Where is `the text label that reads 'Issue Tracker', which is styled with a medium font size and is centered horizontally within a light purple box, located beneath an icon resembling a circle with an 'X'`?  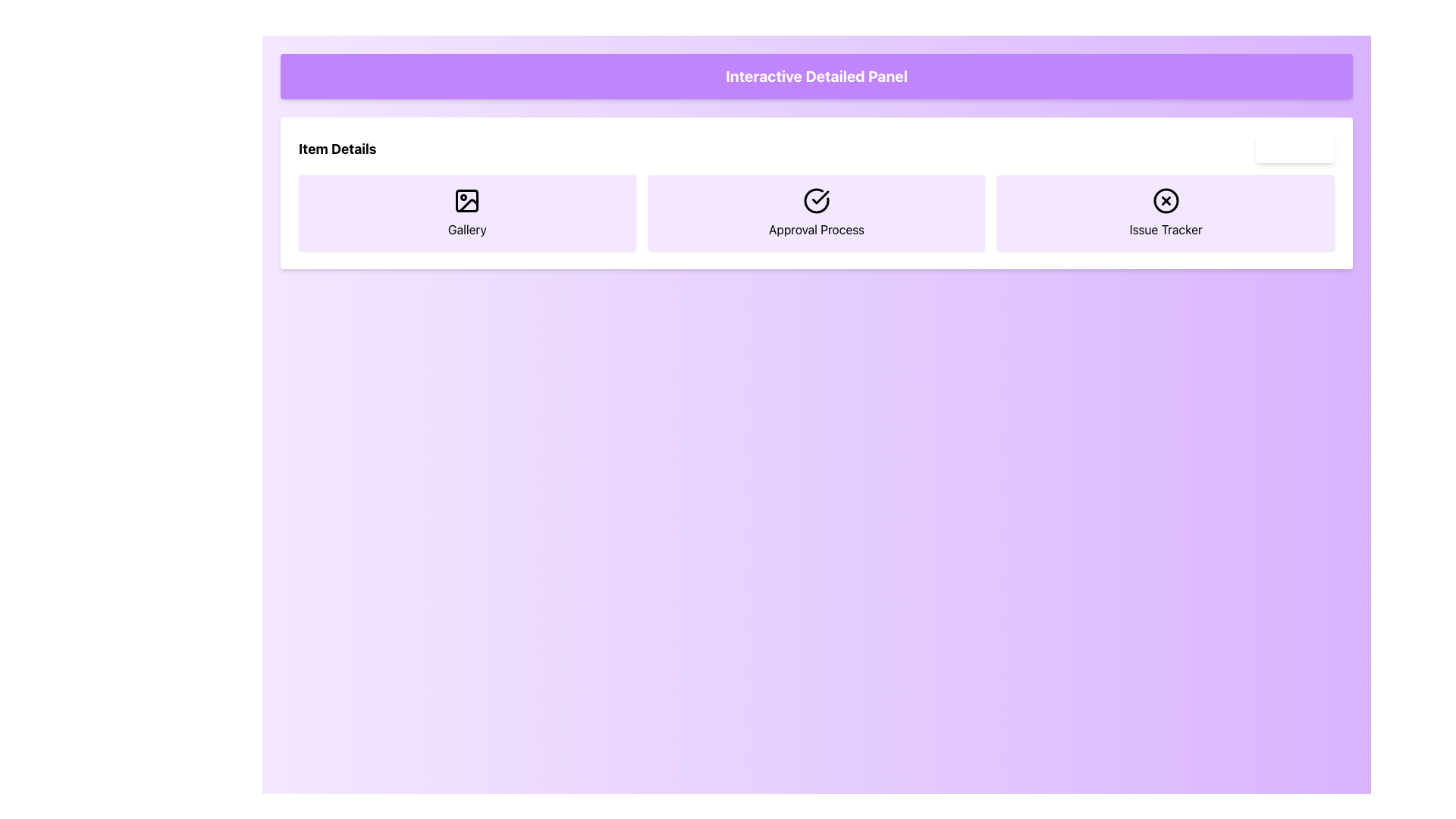 the text label that reads 'Issue Tracker', which is styled with a medium font size and is centered horizontally within a light purple box, located beneath an icon resembling a circle with an 'X' is located at coordinates (1165, 230).